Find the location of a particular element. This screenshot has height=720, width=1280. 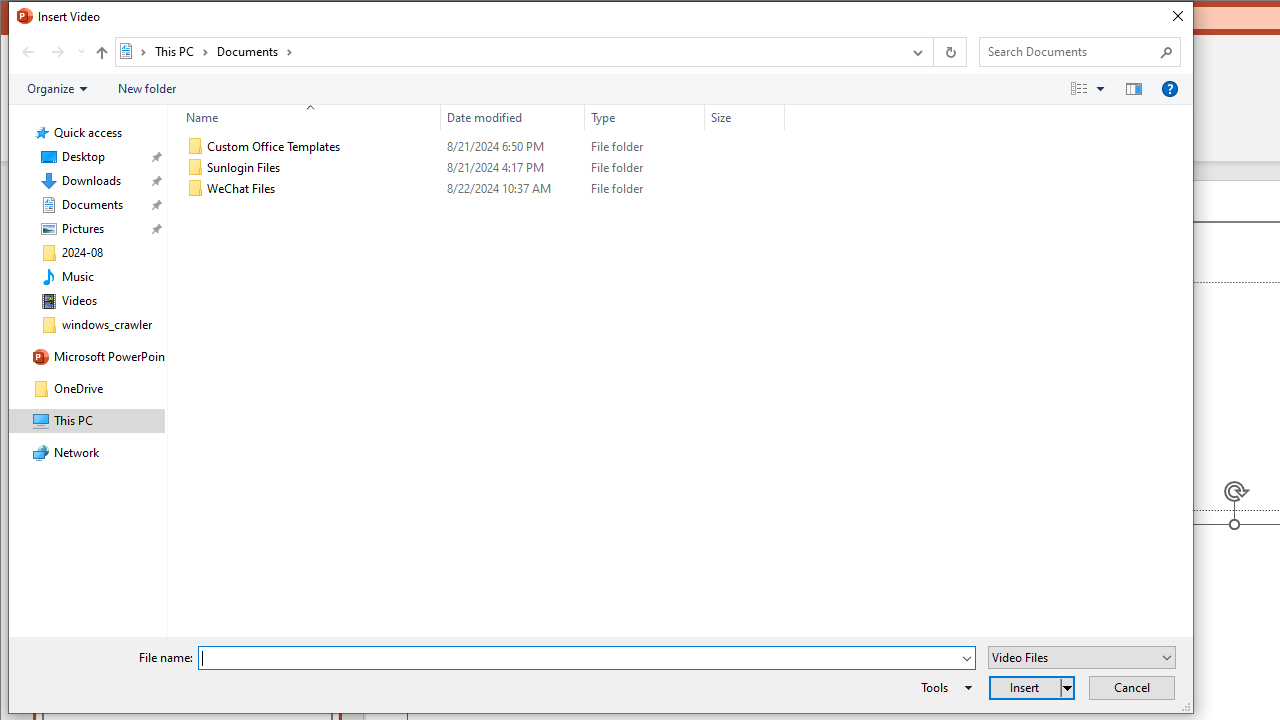

'Tools' is located at coordinates (942, 686).